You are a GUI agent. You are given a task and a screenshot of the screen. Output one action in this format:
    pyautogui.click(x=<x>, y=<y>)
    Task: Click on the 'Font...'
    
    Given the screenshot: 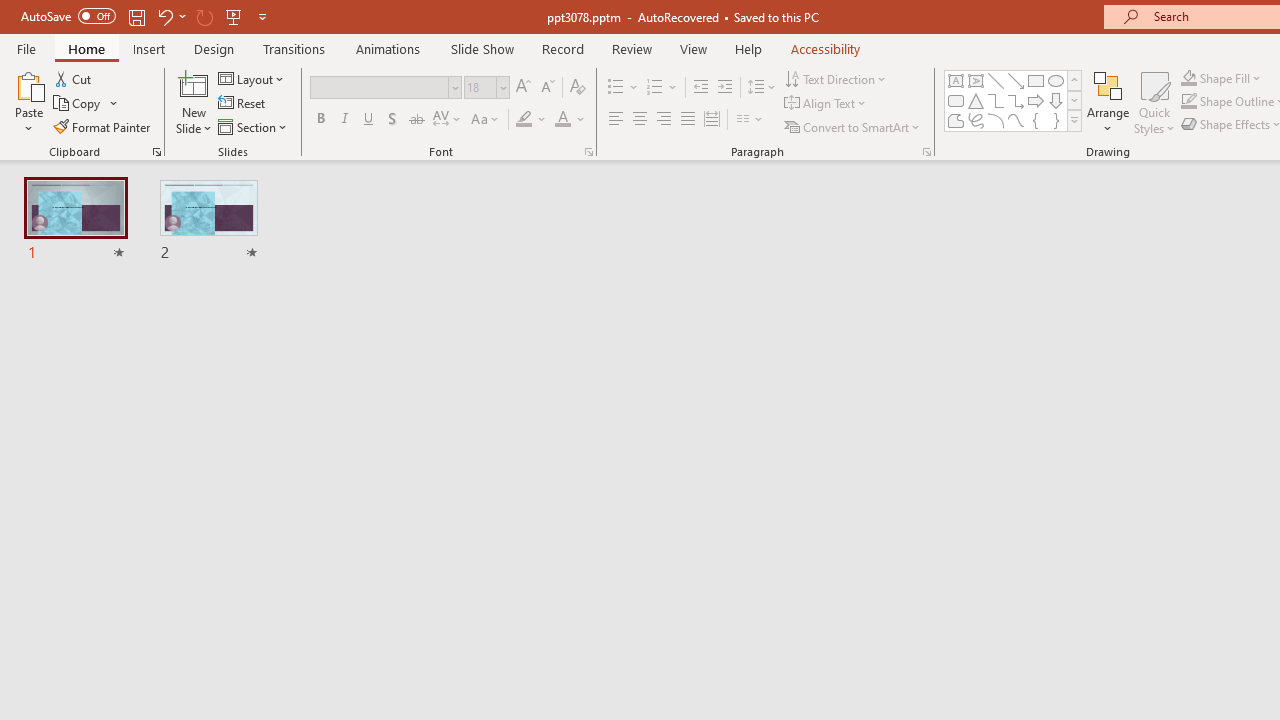 What is the action you would take?
    pyautogui.click(x=587, y=150)
    